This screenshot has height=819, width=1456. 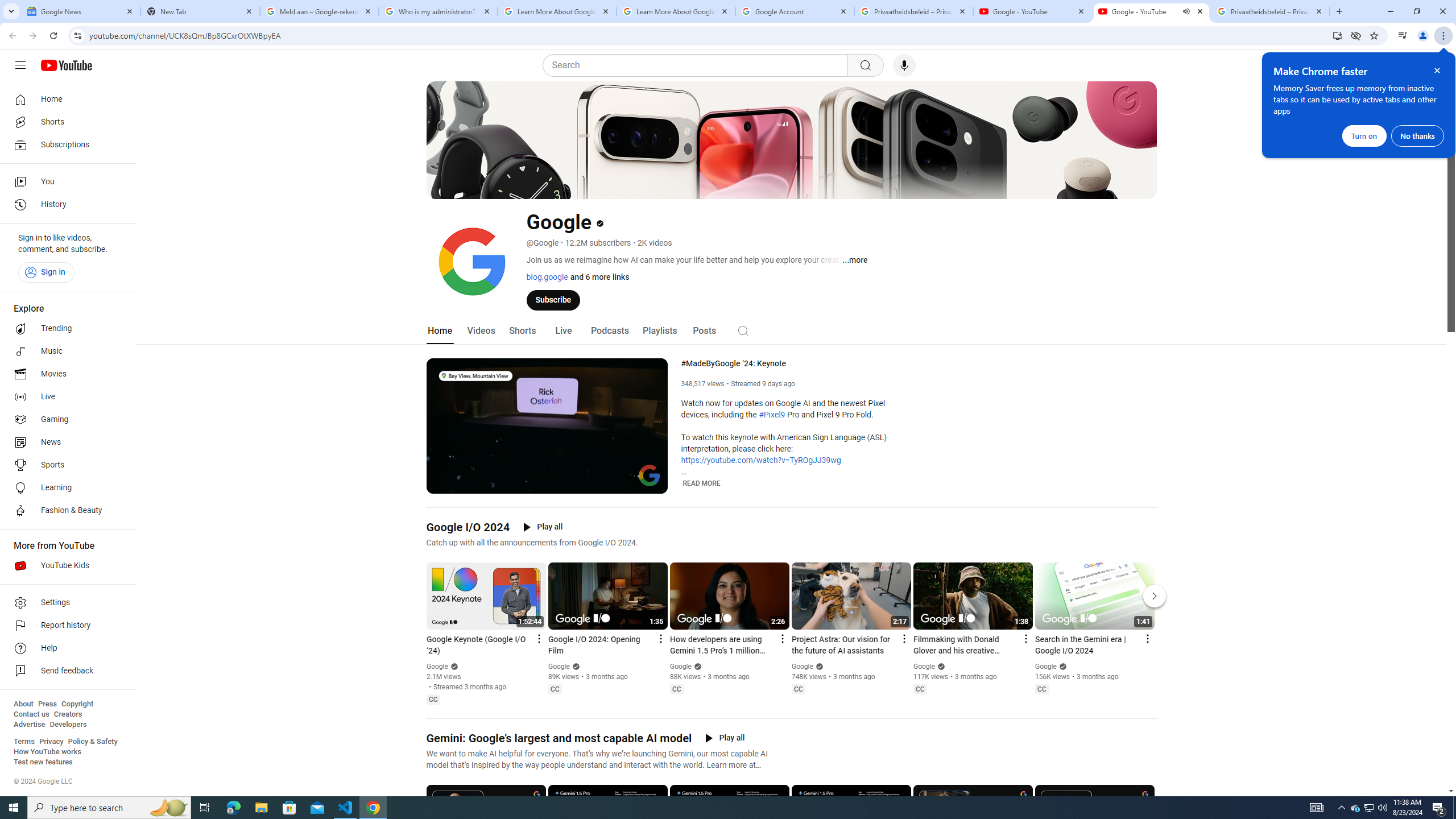 What do you see at coordinates (609, 330) in the screenshot?
I see `'Podcasts'` at bounding box center [609, 330].